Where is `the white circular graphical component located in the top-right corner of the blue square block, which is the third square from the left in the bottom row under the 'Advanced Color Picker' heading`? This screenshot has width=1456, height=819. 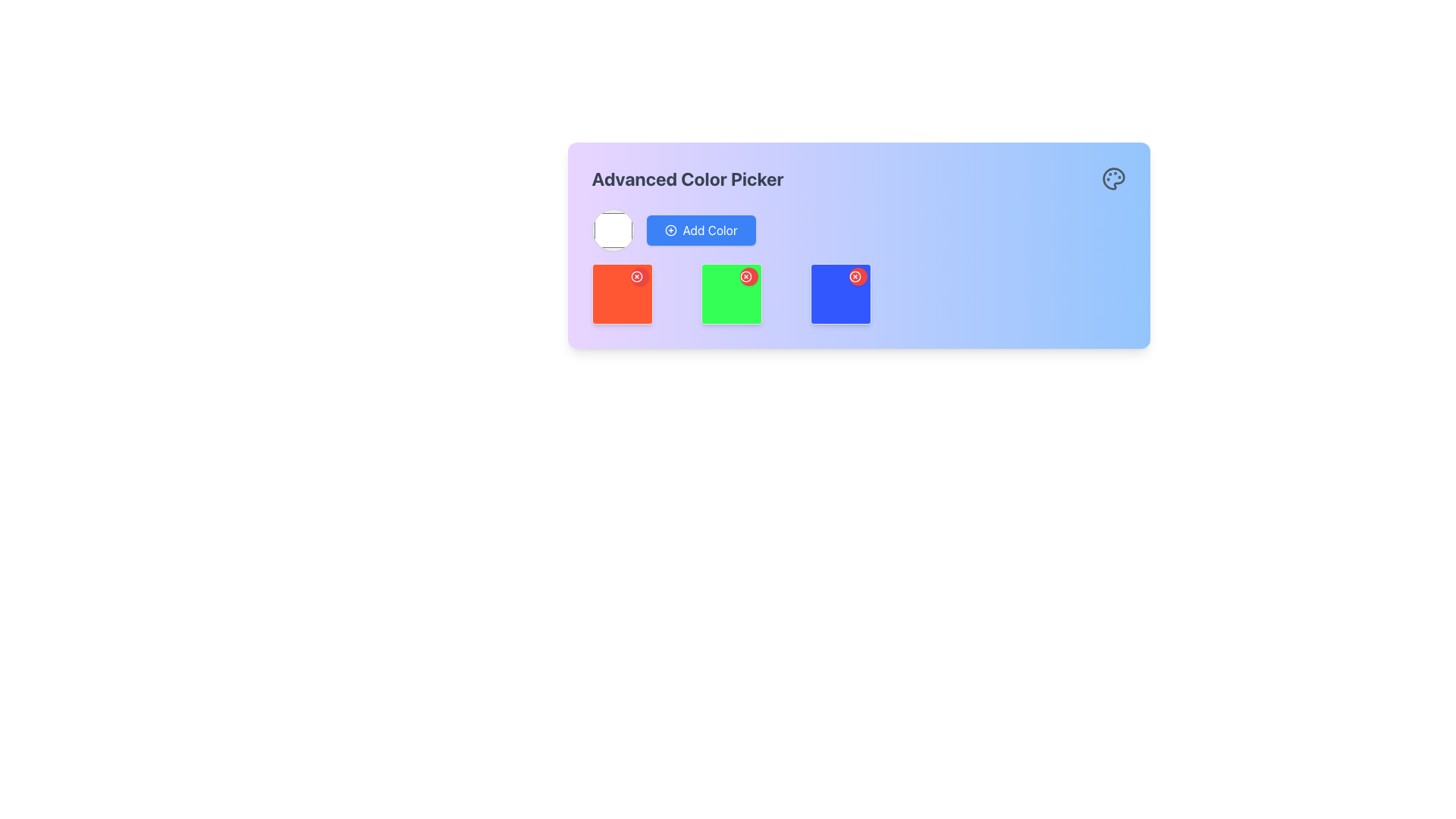
the white circular graphical component located in the top-right corner of the blue square block, which is the third square from the left in the bottom row under the 'Advanced Color Picker' heading is located at coordinates (855, 277).